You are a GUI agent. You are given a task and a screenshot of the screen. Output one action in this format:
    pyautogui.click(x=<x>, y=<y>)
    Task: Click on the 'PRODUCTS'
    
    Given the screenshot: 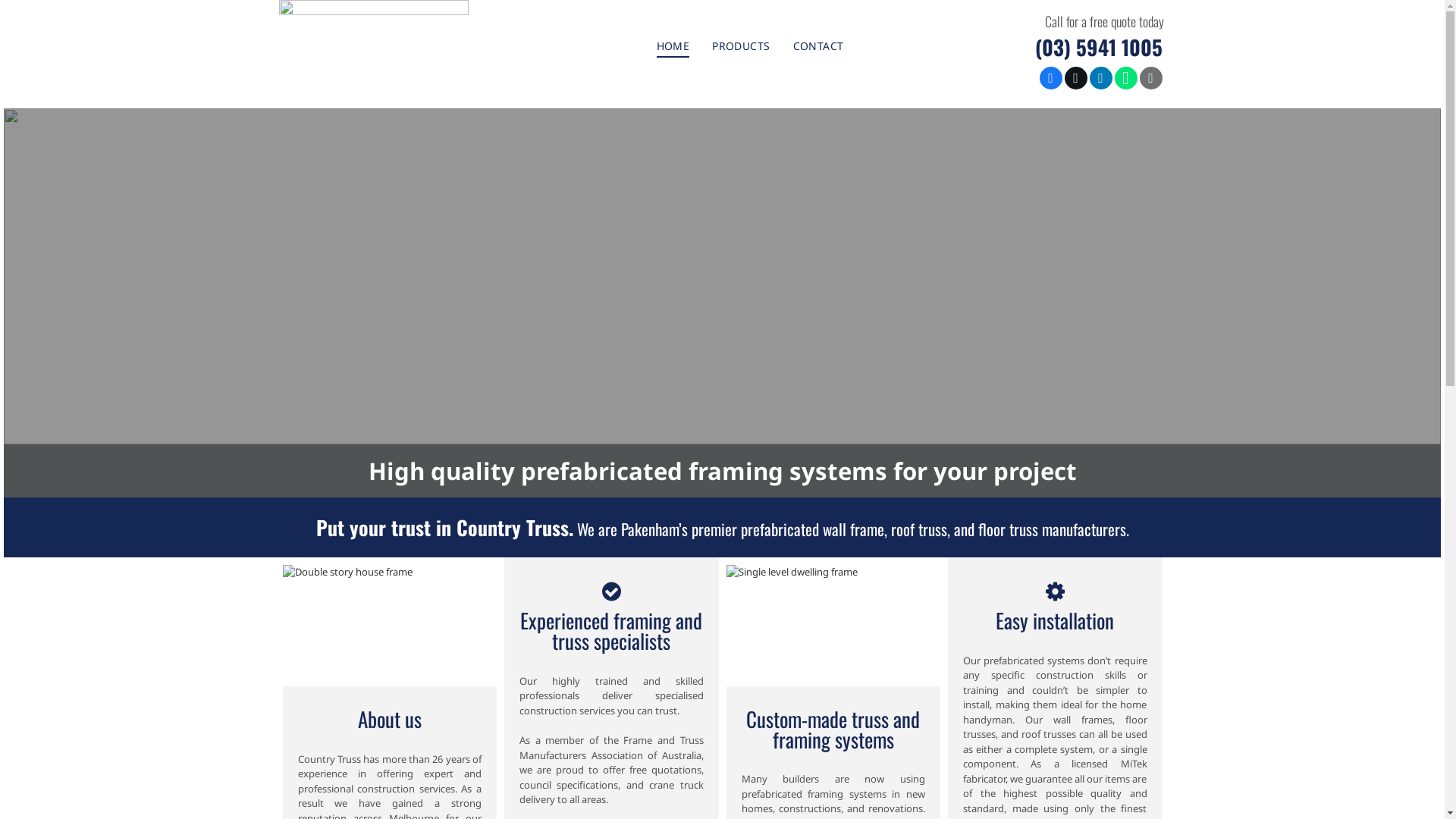 What is the action you would take?
    pyautogui.click(x=741, y=45)
    